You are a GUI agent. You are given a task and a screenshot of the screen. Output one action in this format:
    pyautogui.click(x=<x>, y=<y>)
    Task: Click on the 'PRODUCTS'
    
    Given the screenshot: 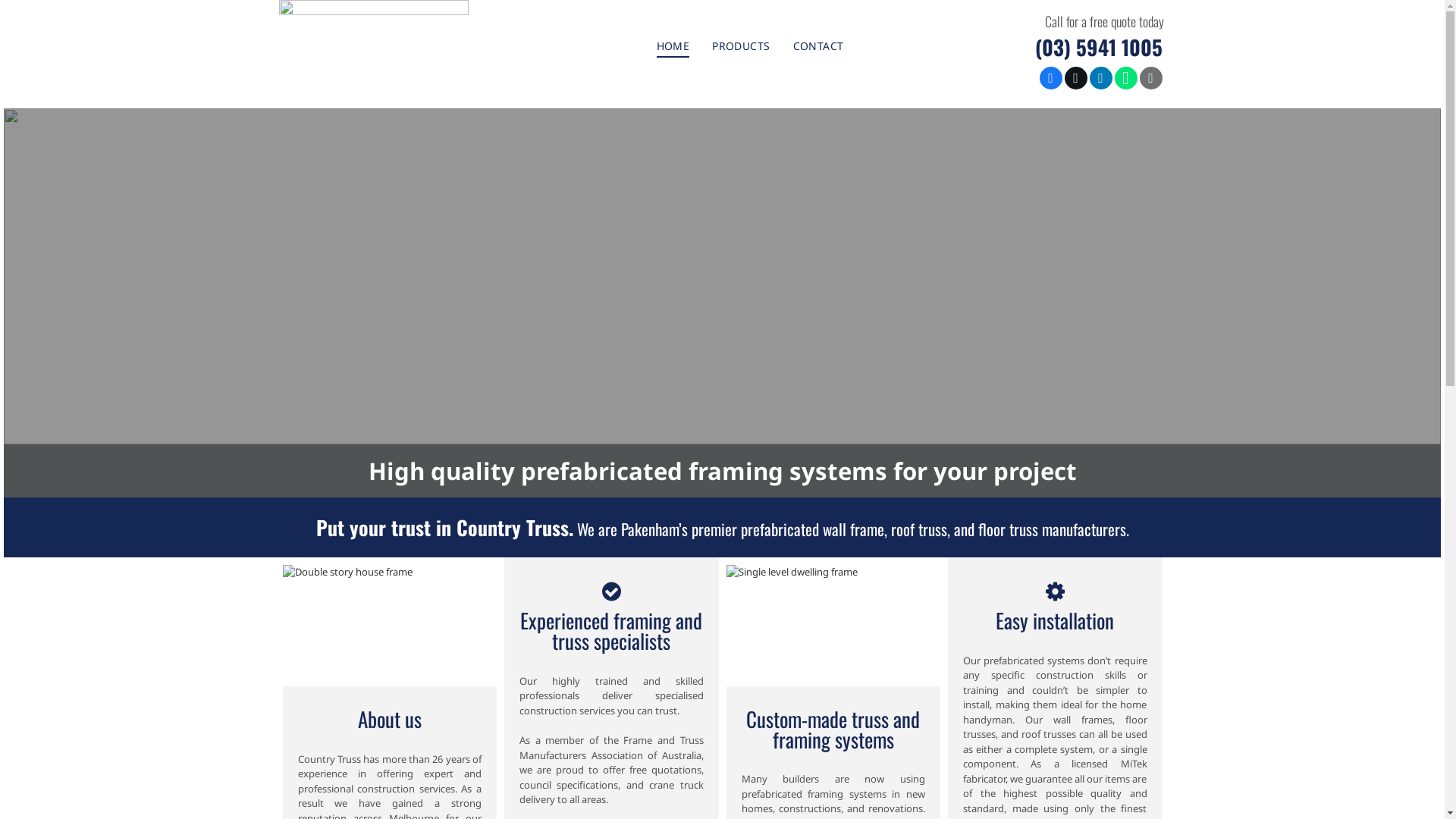 What is the action you would take?
    pyautogui.click(x=741, y=45)
    